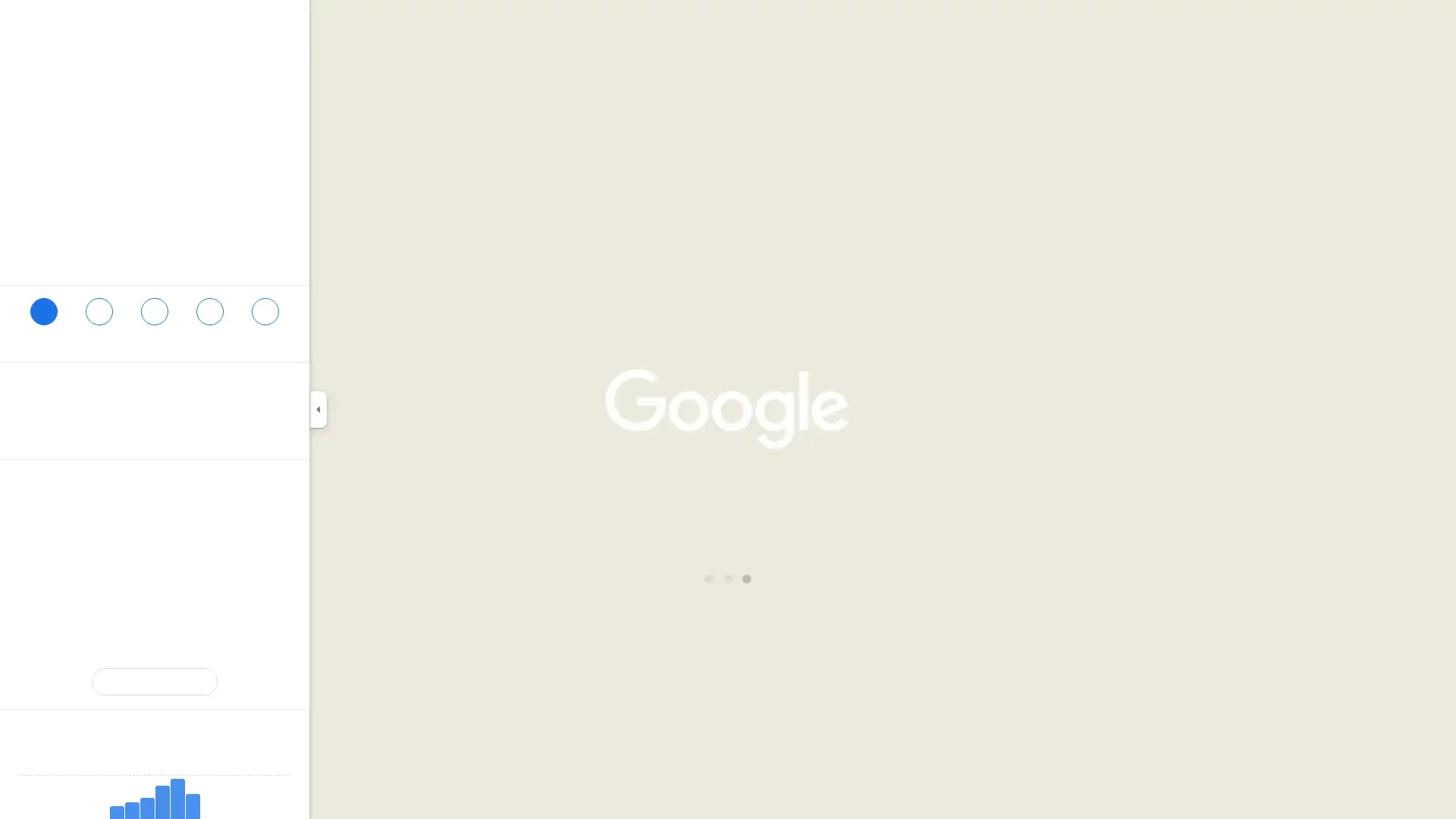 The image size is (1456, 819). What do you see at coordinates (155, 666) in the screenshot?
I see `Suggest an edit` at bounding box center [155, 666].